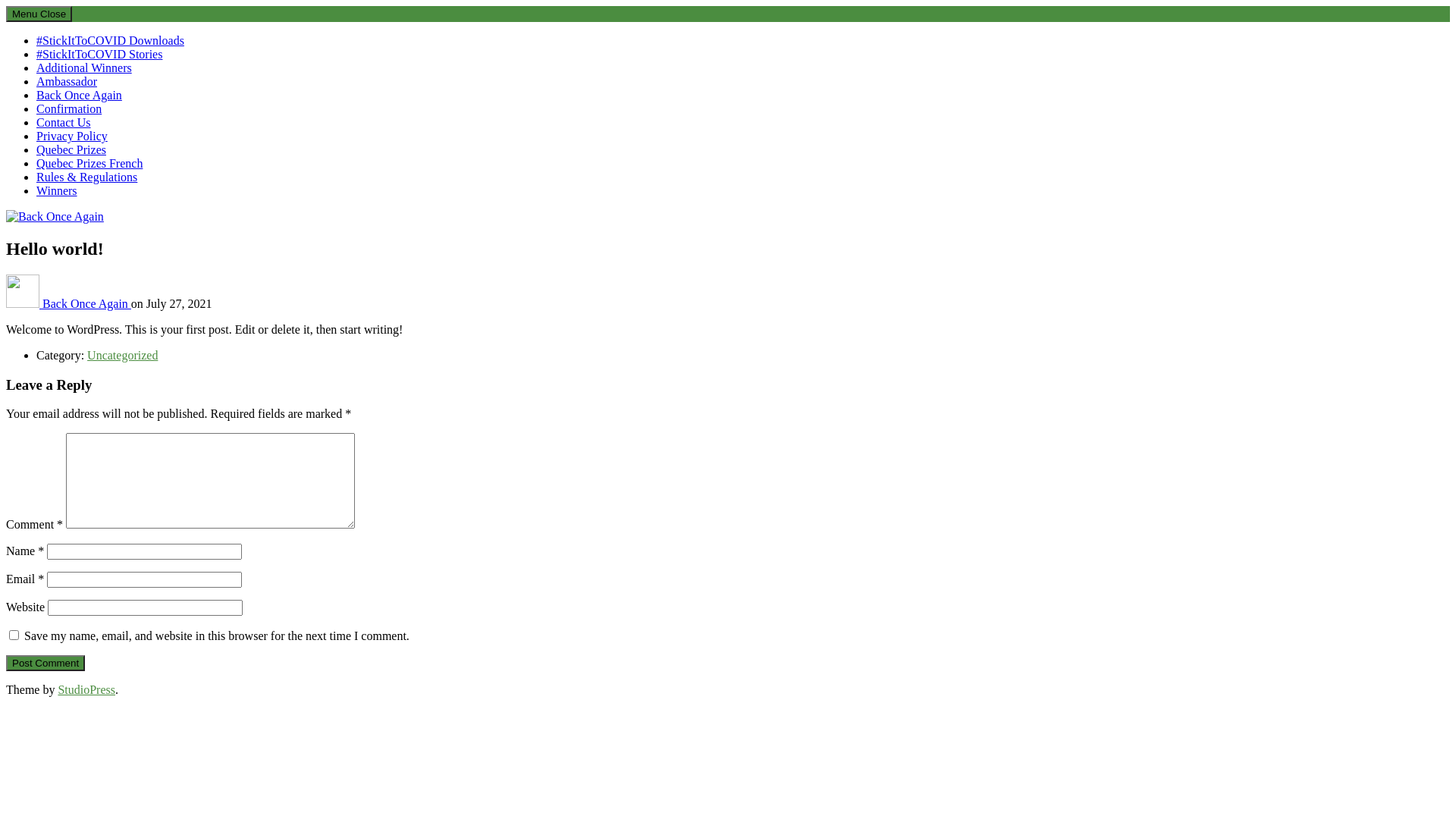 This screenshot has width=1456, height=819. Describe the element at coordinates (49, 241) in the screenshot. I see `'Back Once Again'` at that location.